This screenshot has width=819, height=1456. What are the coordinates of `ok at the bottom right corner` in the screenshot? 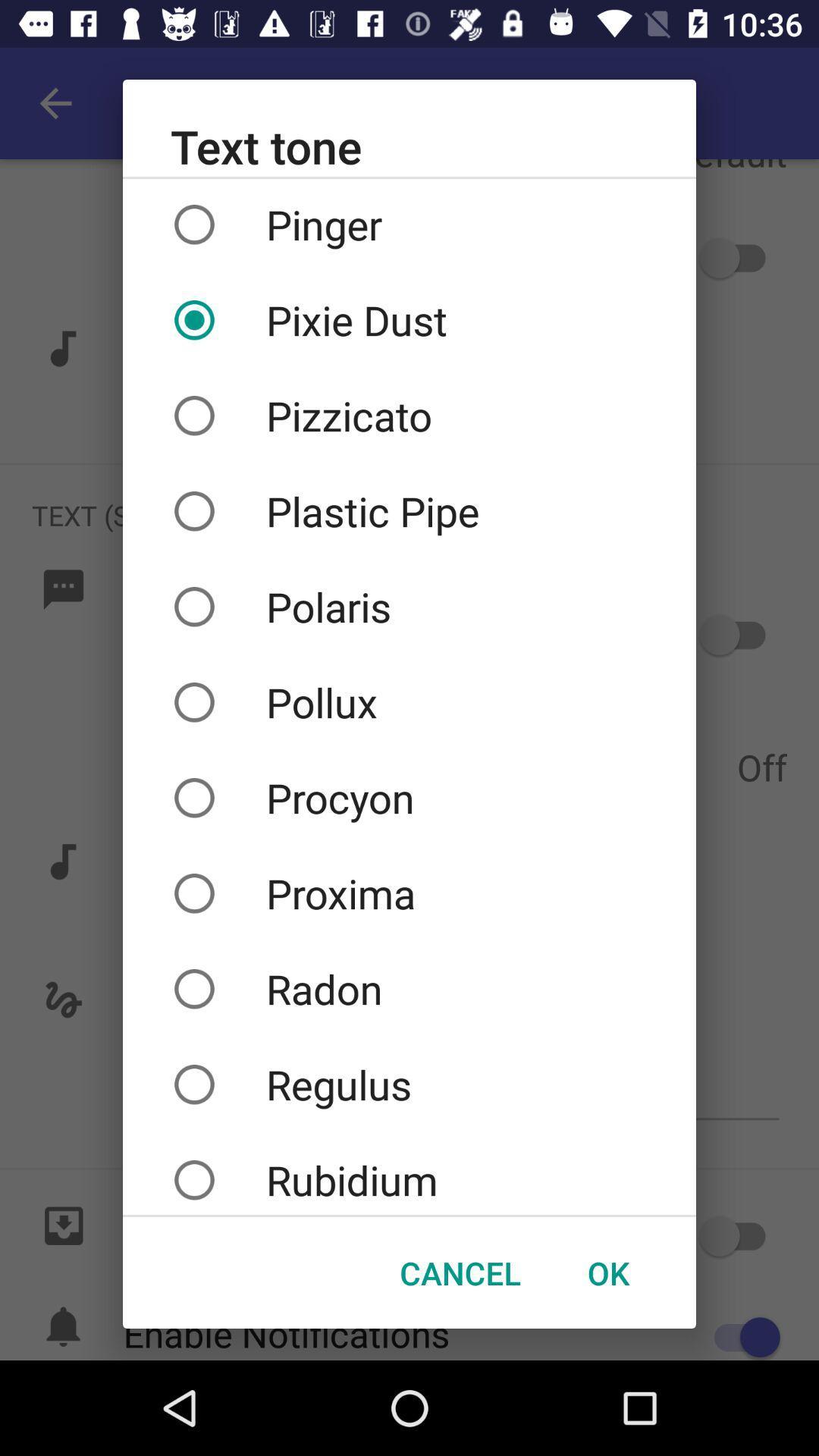 It's located at (607, 1272).